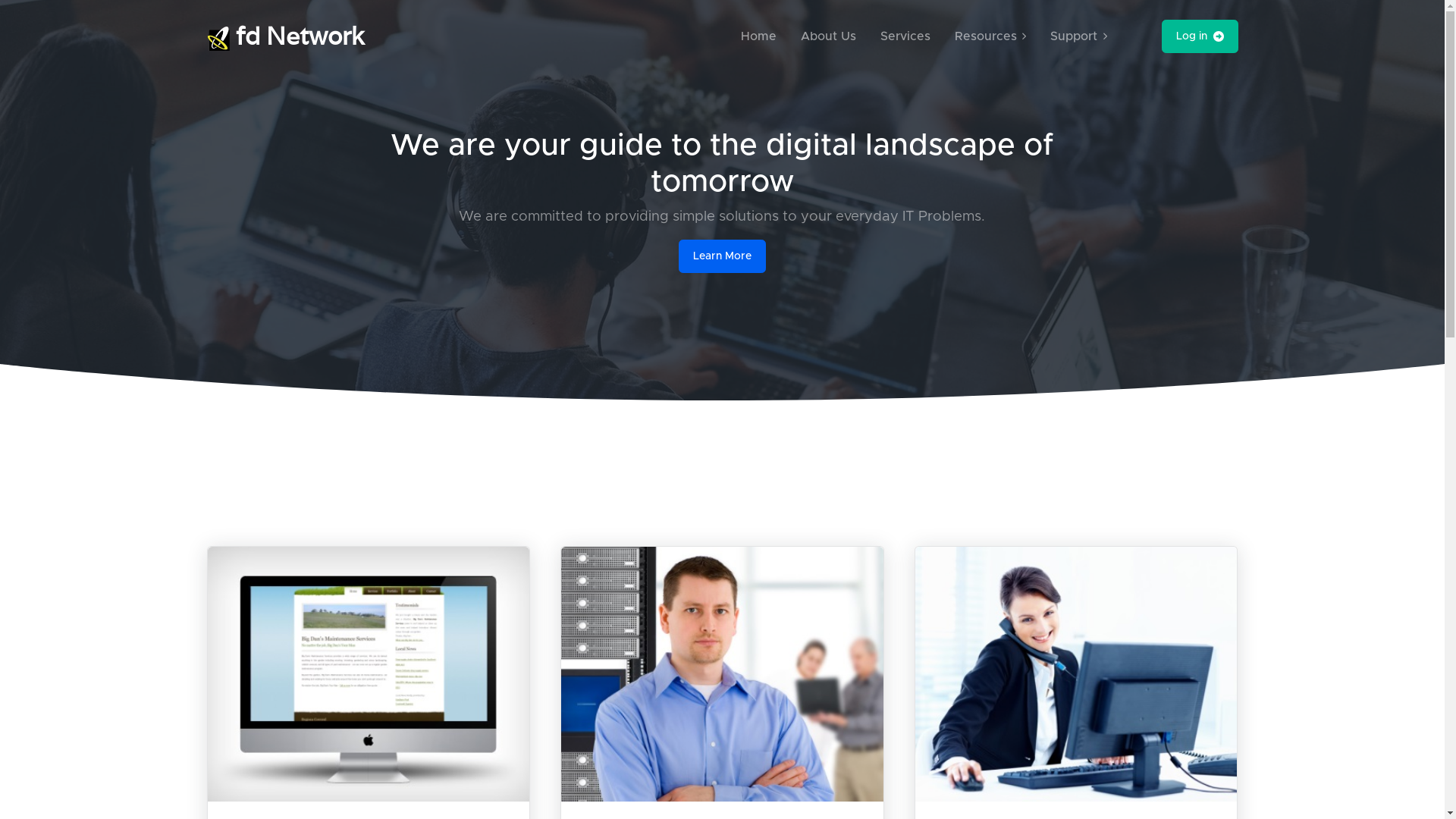 The image size is (1456, 819). What do you see at coordinates (217, 37) in the screenshot?
I see `'fd Network Logo'` at bounding box center [217, 37].